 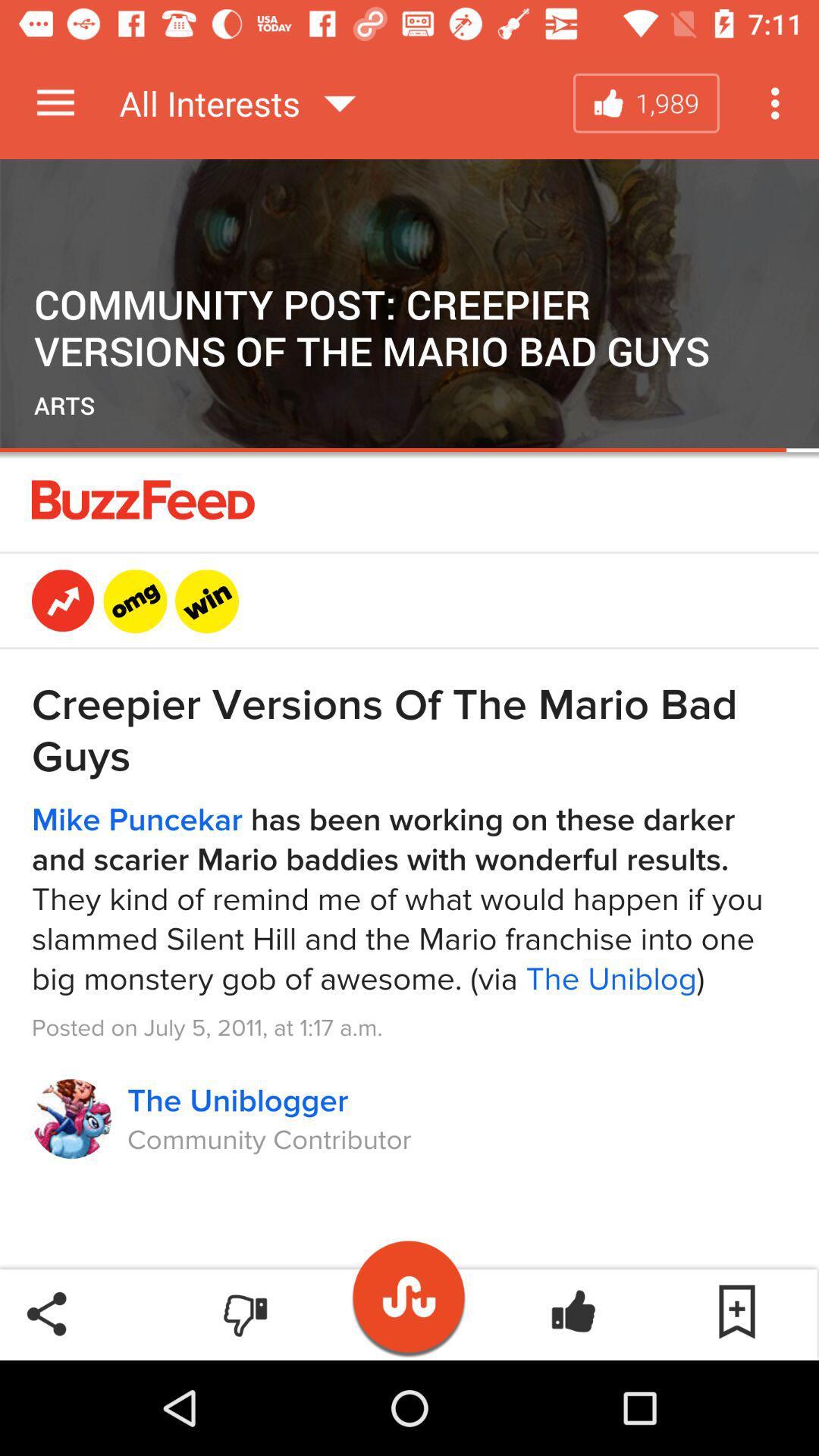 What do you see at coordinates (409, 1288) in the screenshot?
I see `home button` at bounding box center [409, 1288].